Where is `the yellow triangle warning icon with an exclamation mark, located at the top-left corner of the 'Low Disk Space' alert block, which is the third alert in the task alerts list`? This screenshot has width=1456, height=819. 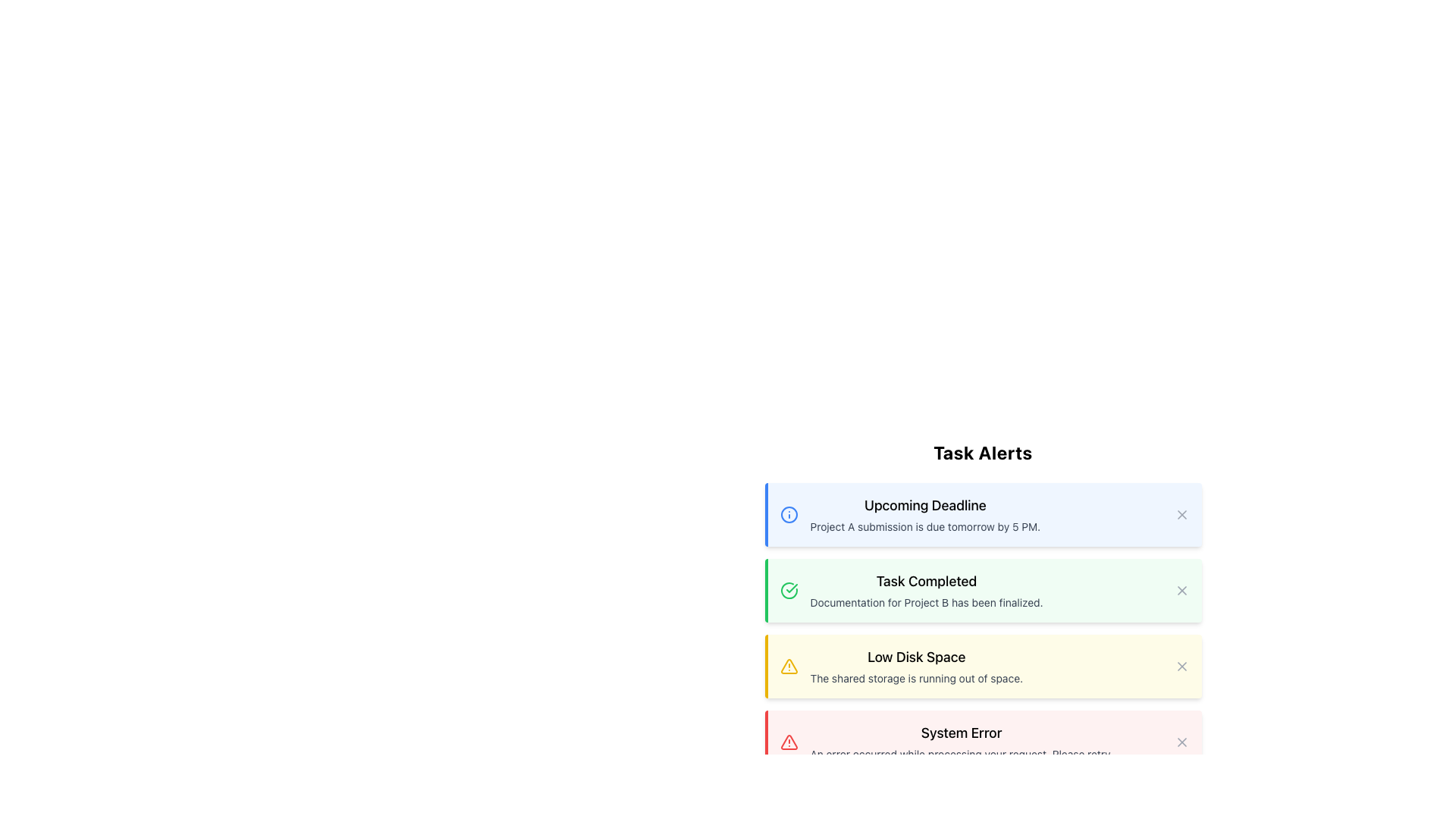
the yellow triangle warning icon with an exclamation mark, located at the top-left corner of the 'Low Disk Space' alert block, which is the third alert in the task alerts list is located at coordinates (789, 666).